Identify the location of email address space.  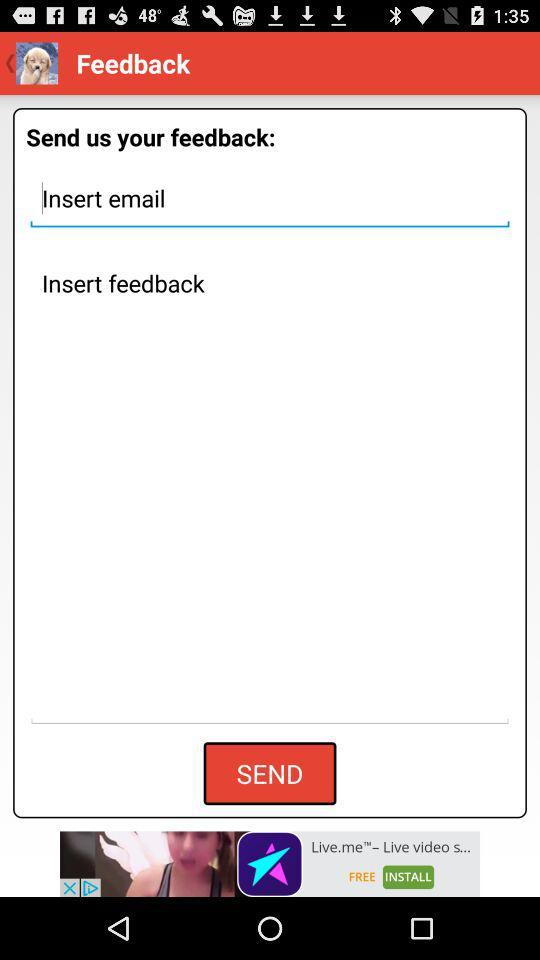
(270, 198).